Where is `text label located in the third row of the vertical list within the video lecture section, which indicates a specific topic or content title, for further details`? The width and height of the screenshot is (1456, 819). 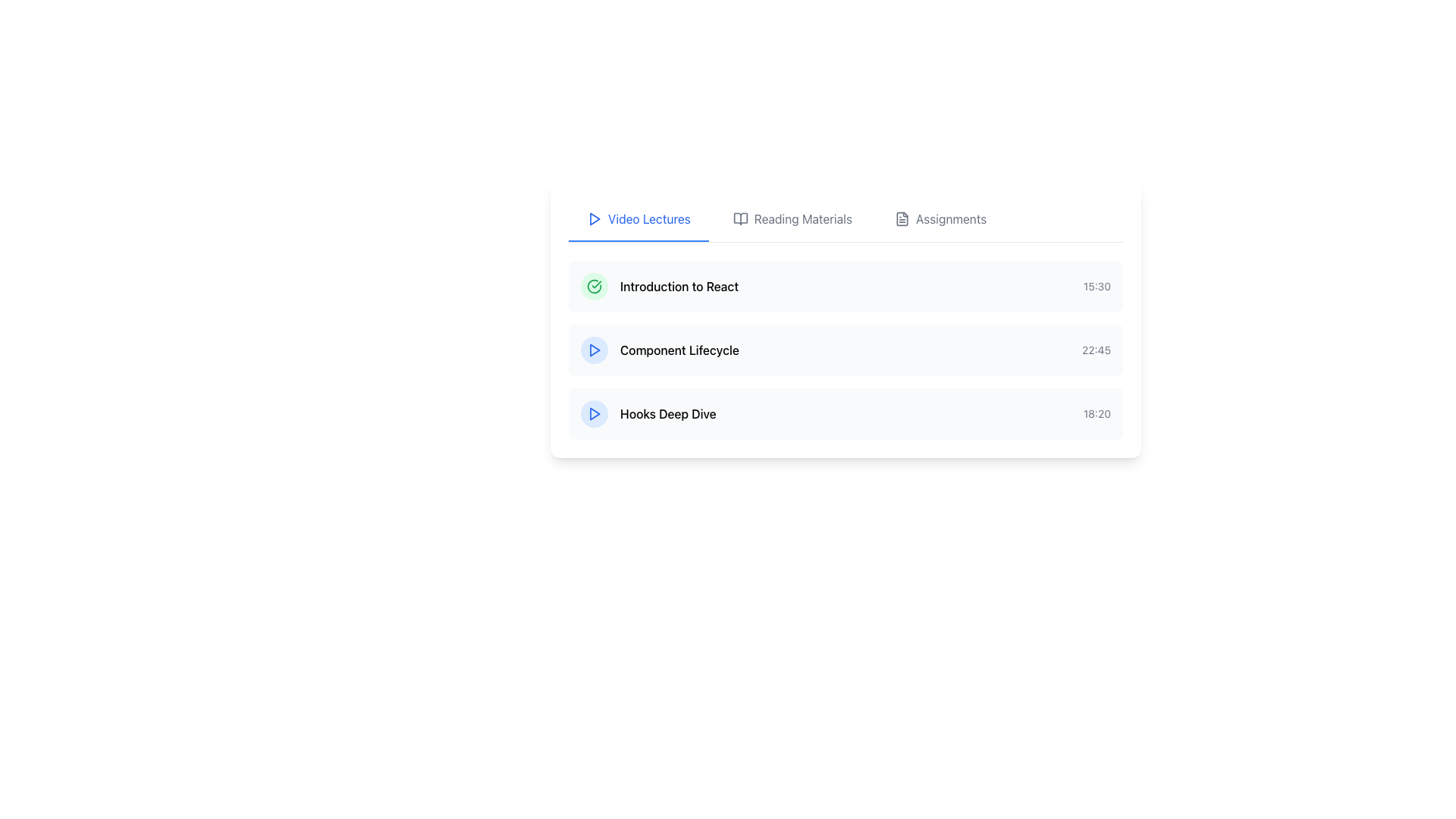
text label located in the third row of the vertical list within the video lecture section, which indicates a specific topic or content title, for further details is located at coordinates (667, 414).